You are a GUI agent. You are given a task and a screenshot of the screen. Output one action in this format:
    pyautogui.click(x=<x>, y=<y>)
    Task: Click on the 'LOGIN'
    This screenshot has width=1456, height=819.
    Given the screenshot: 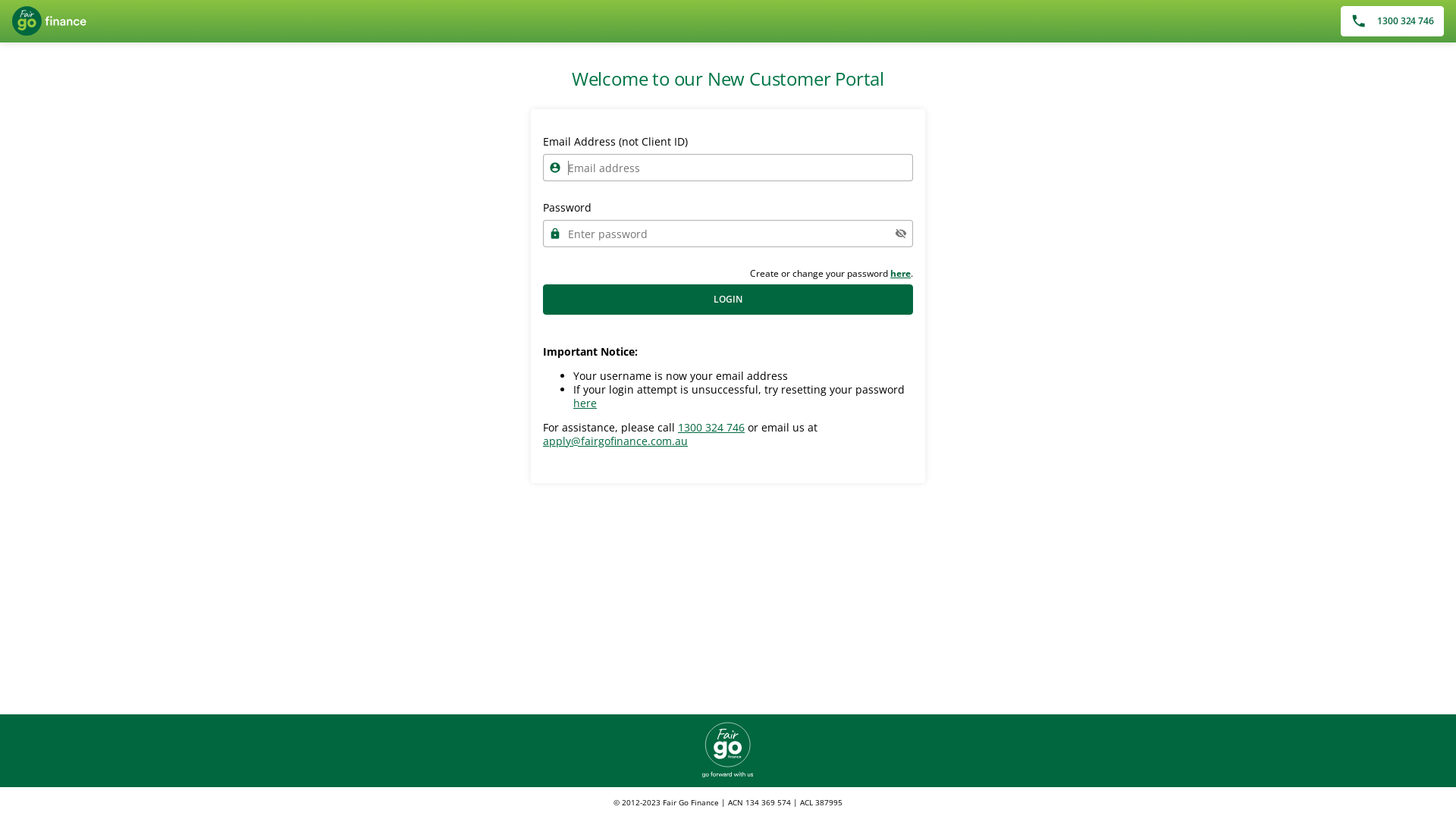 What is the action you would take?
    pyautogui.click(x=728, y=299)
    